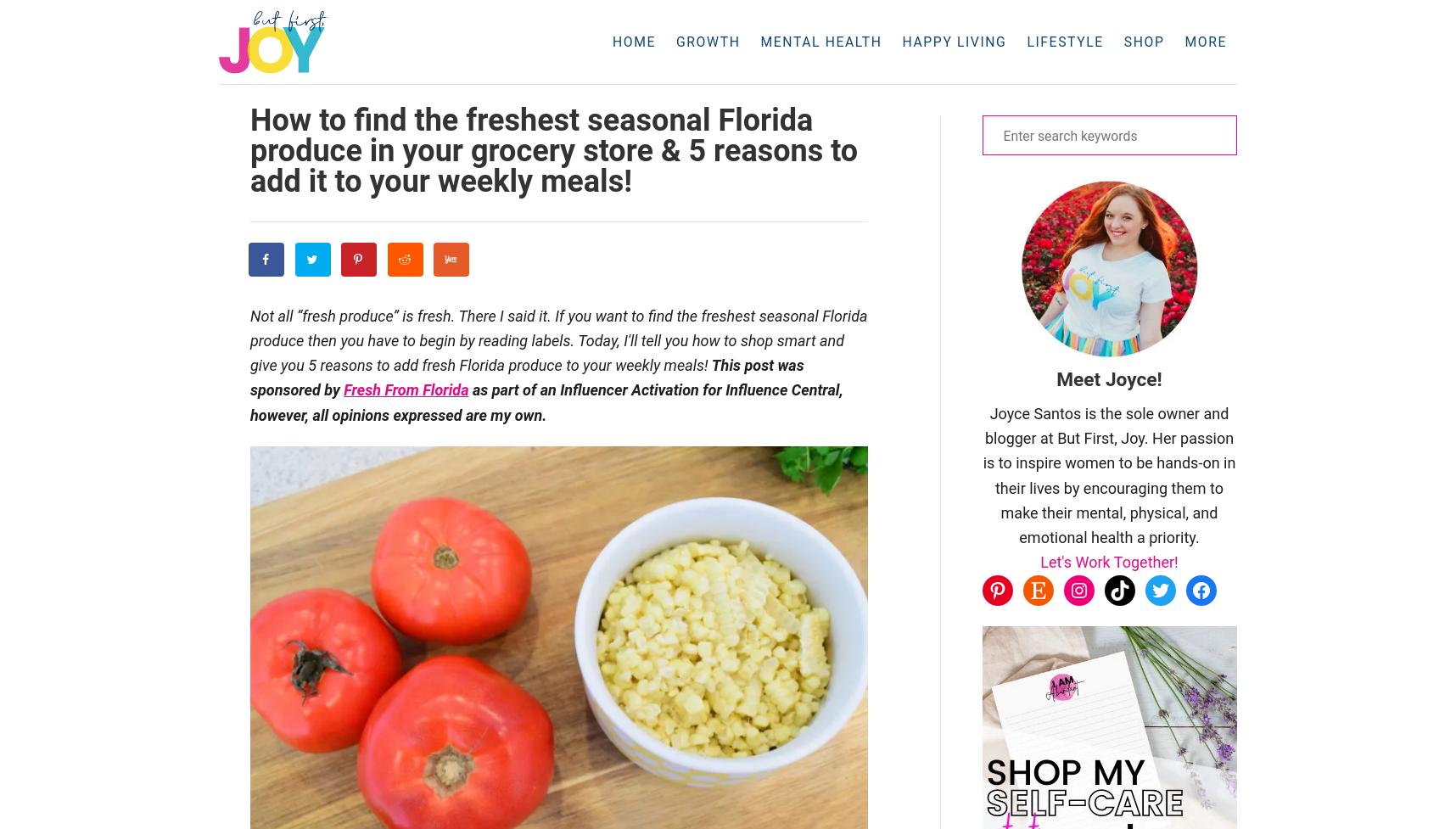 The width and height of the screenshot is (1456, 829). I want to click on 'Fun', so click(1063, 86).